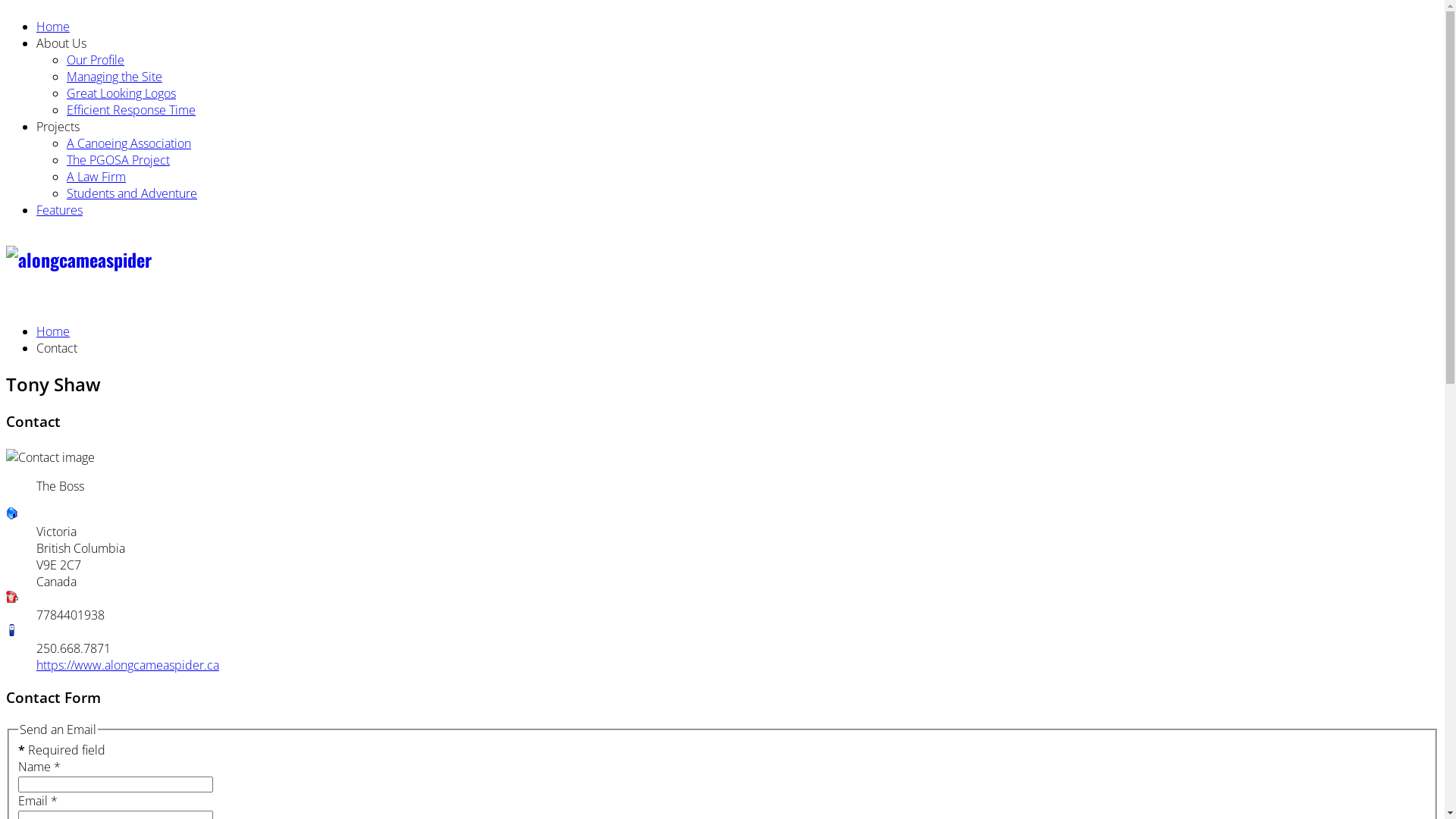  I want to click on 'Efficient Response Time', so click(130, 109).